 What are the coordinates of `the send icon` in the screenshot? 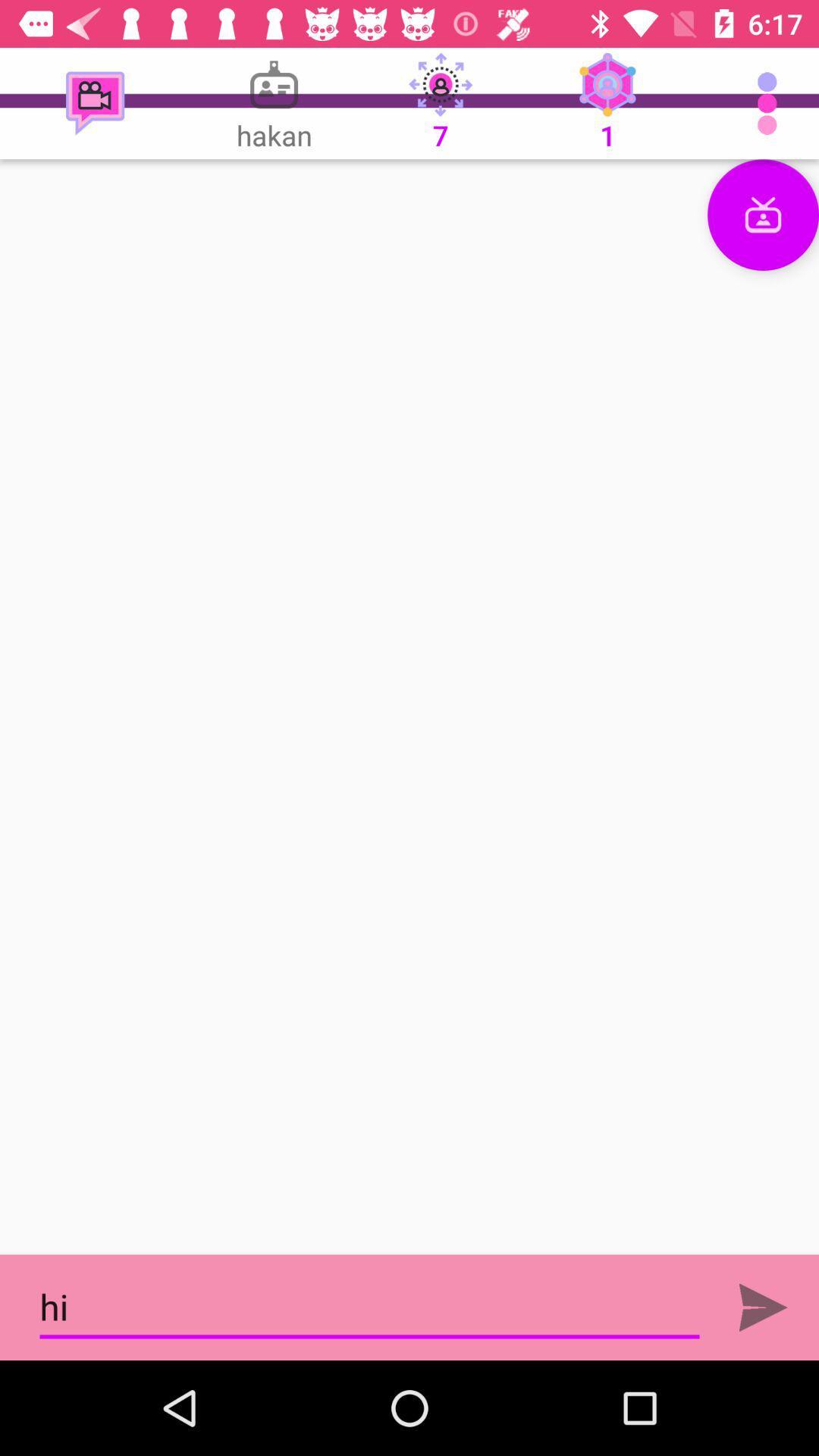 It's located at (763, 1307).